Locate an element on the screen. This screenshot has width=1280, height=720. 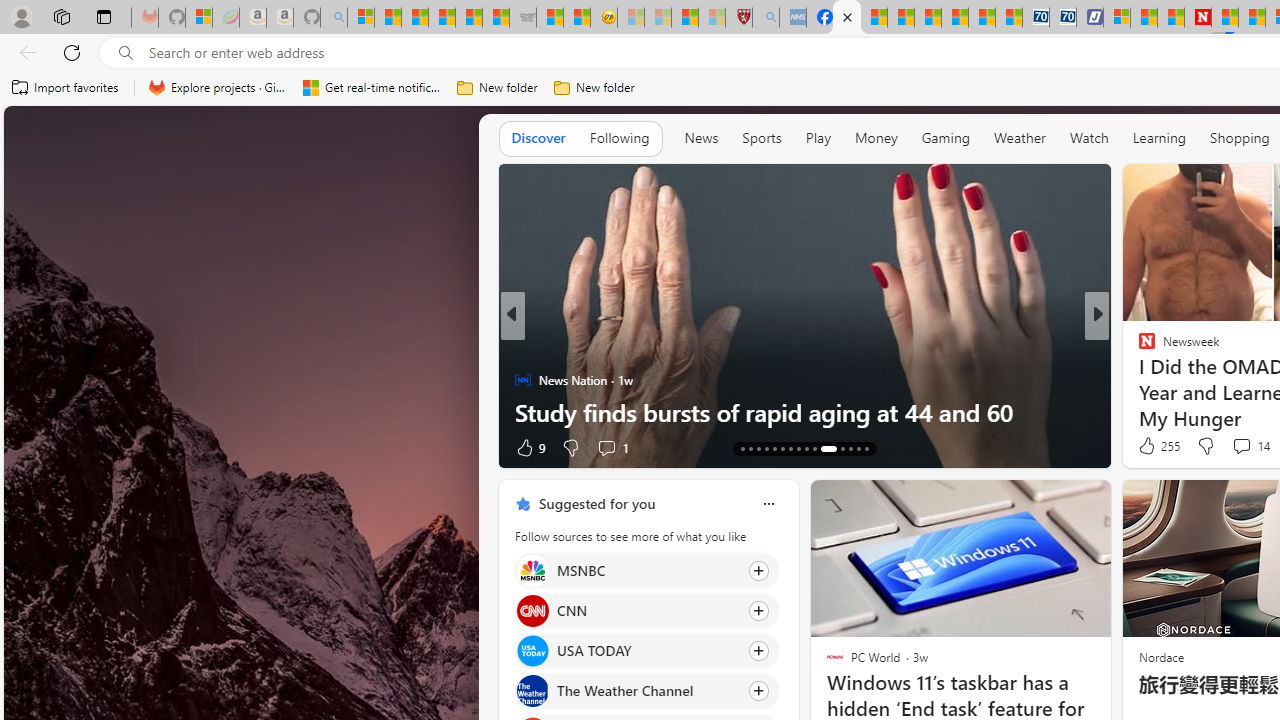
'255 Like' is located at coordinates (1157, 445).